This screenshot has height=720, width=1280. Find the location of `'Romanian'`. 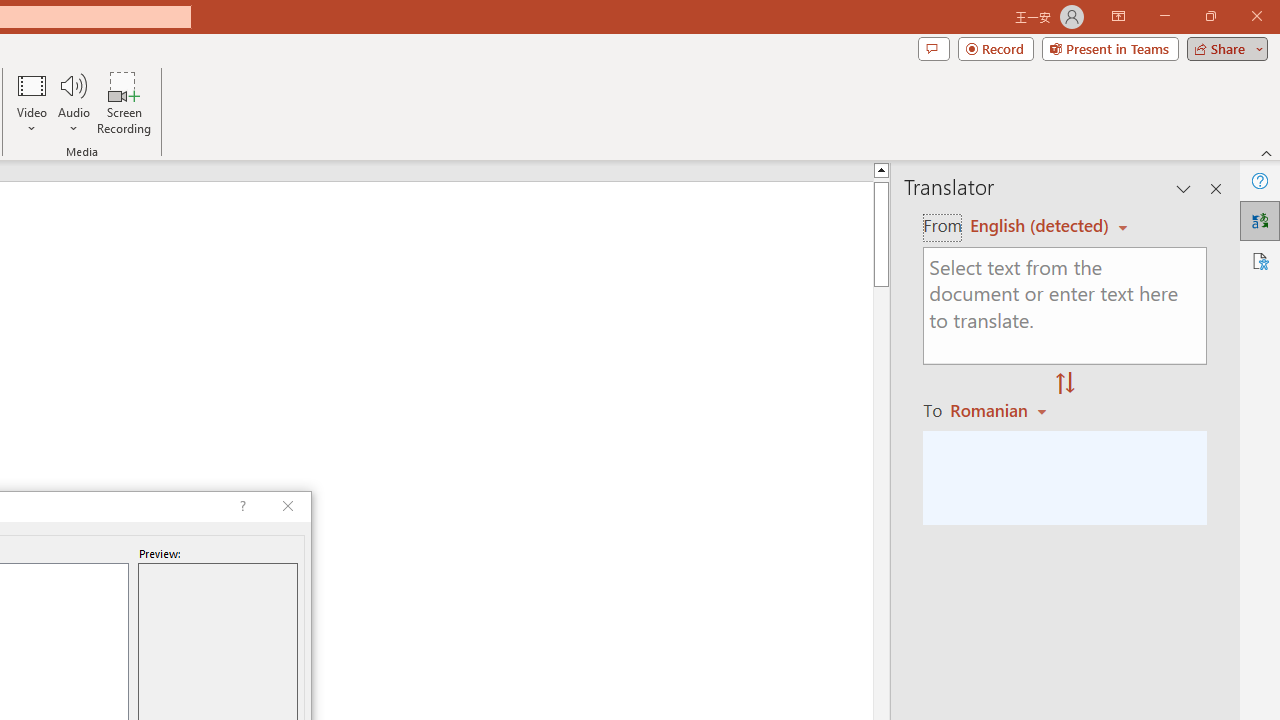

'Romanian' is located at coordinates (1001, 409).